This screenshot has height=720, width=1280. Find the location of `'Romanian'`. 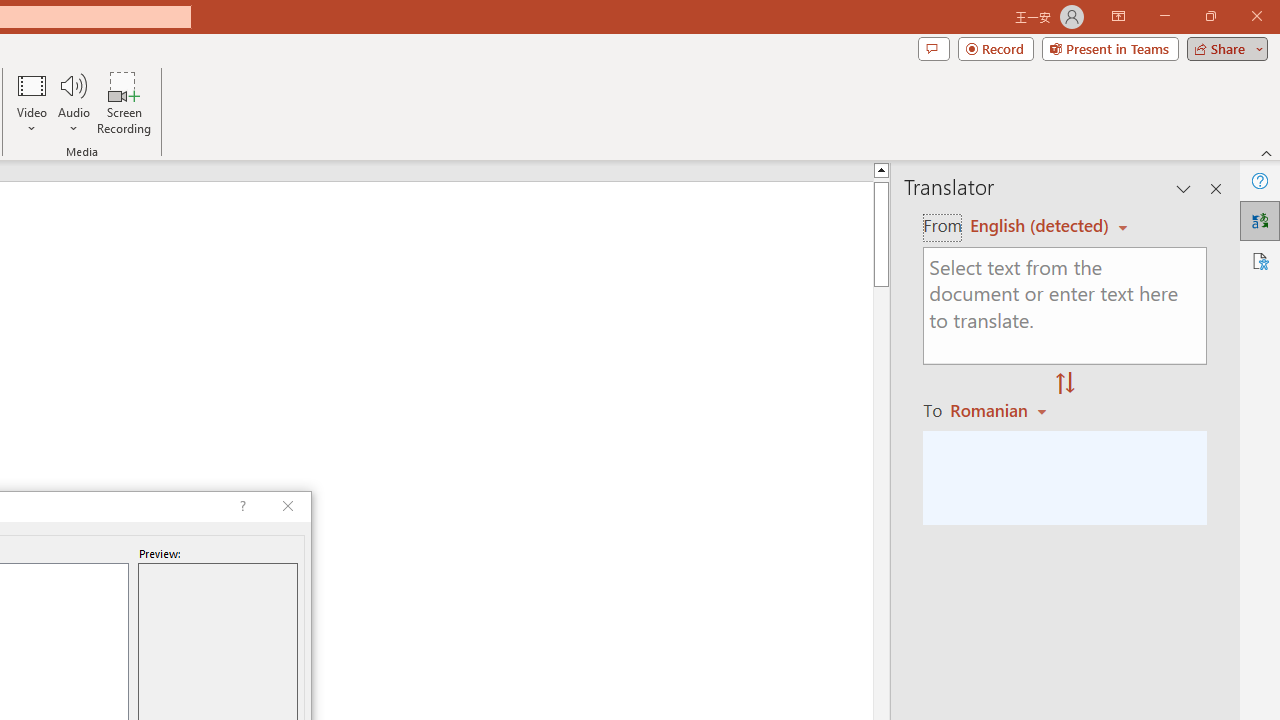

'Romanian' is located at coordinates (1001, 409).